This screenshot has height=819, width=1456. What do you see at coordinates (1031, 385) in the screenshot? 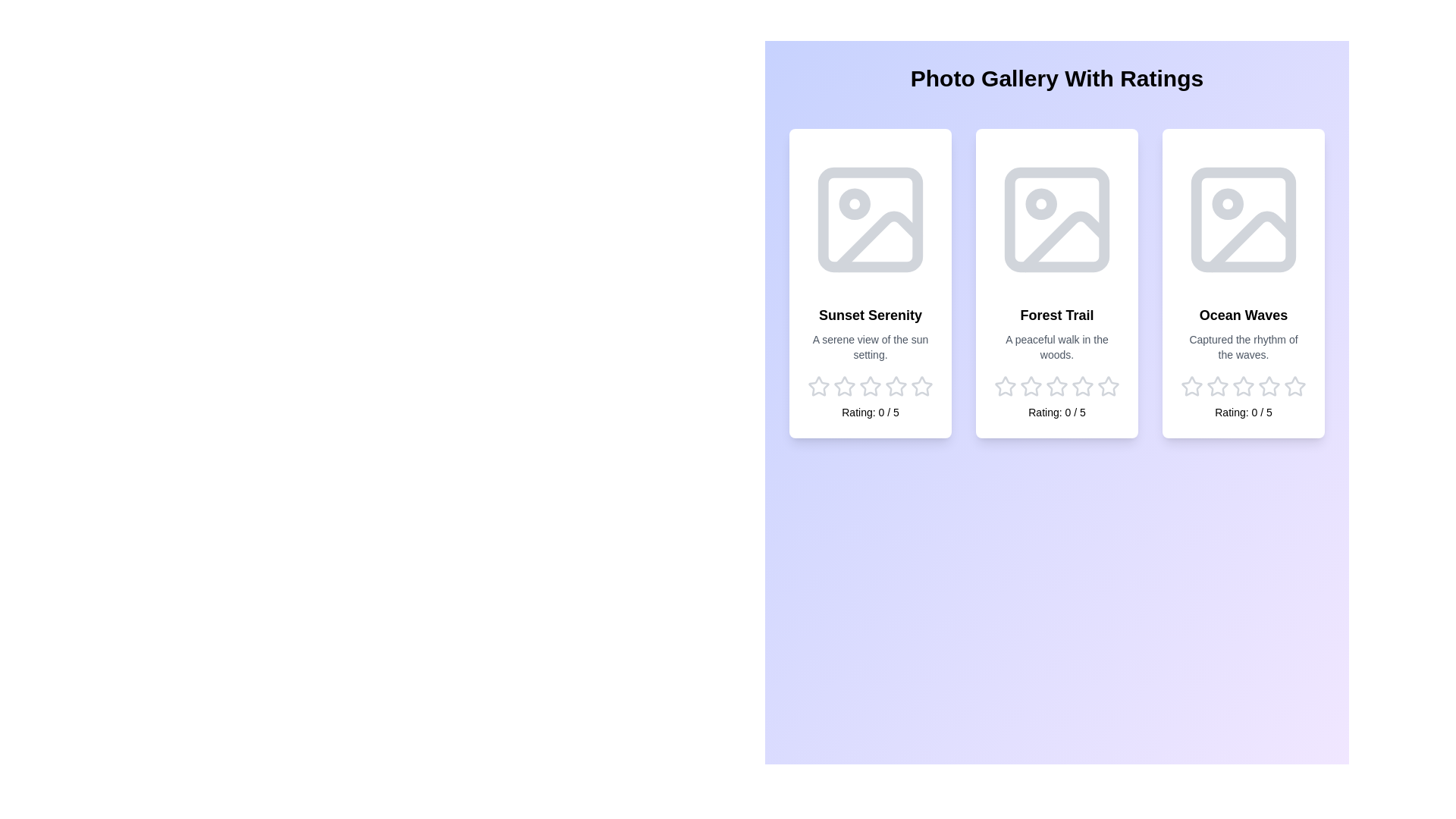
I see `the star corresponding to the rating 2 for the image Forest Trail` at bounding box center [1031, 385].